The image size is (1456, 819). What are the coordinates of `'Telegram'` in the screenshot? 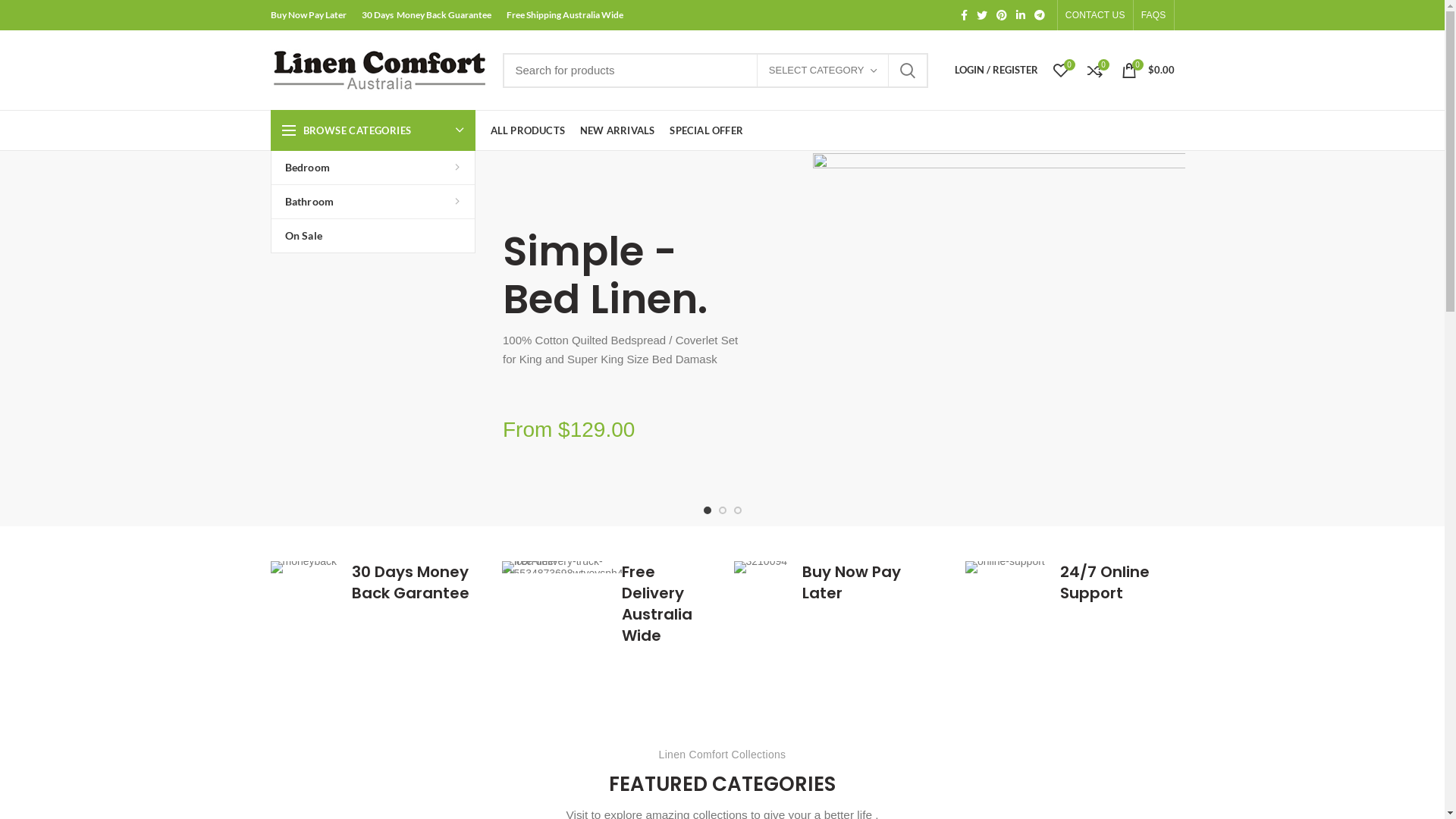 It's located at (1039, 14).